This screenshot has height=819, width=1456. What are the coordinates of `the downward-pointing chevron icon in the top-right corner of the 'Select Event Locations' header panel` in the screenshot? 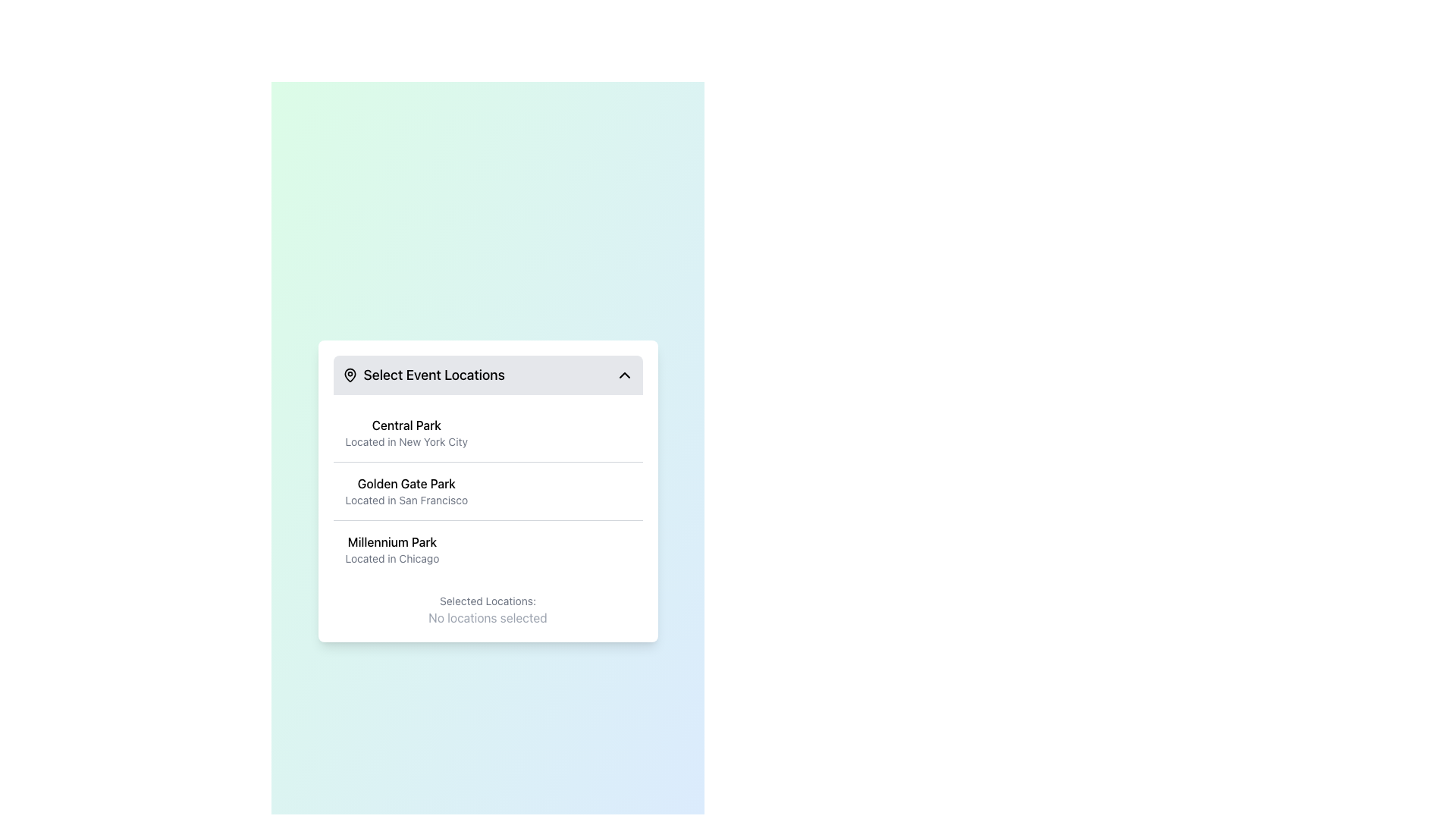 It's located at (624, 375).